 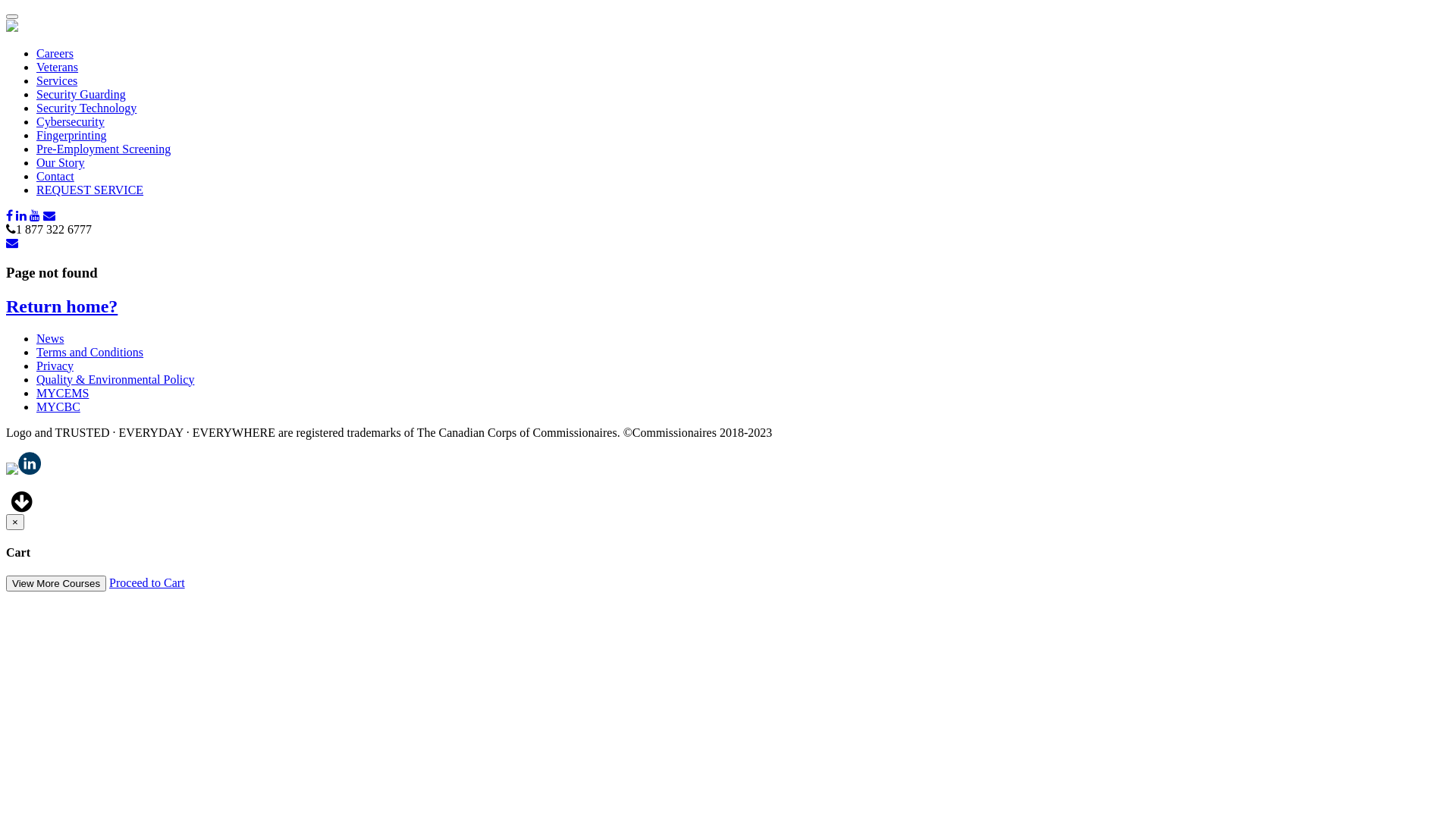 I want to click on 'Our Story', so click(x=61, y=162).